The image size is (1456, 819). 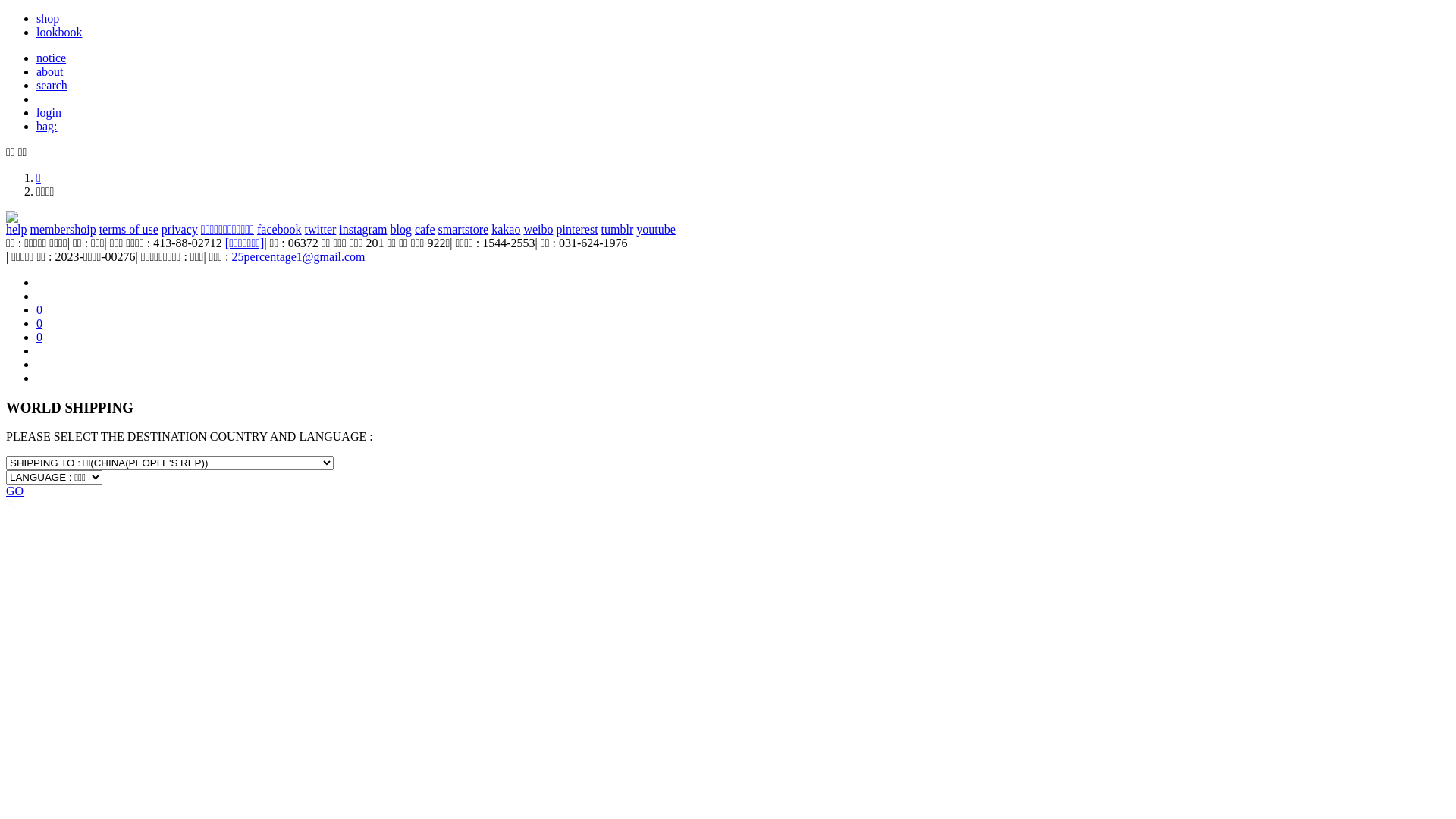 I want to click on 'facebook', so click(x=279, y=229).